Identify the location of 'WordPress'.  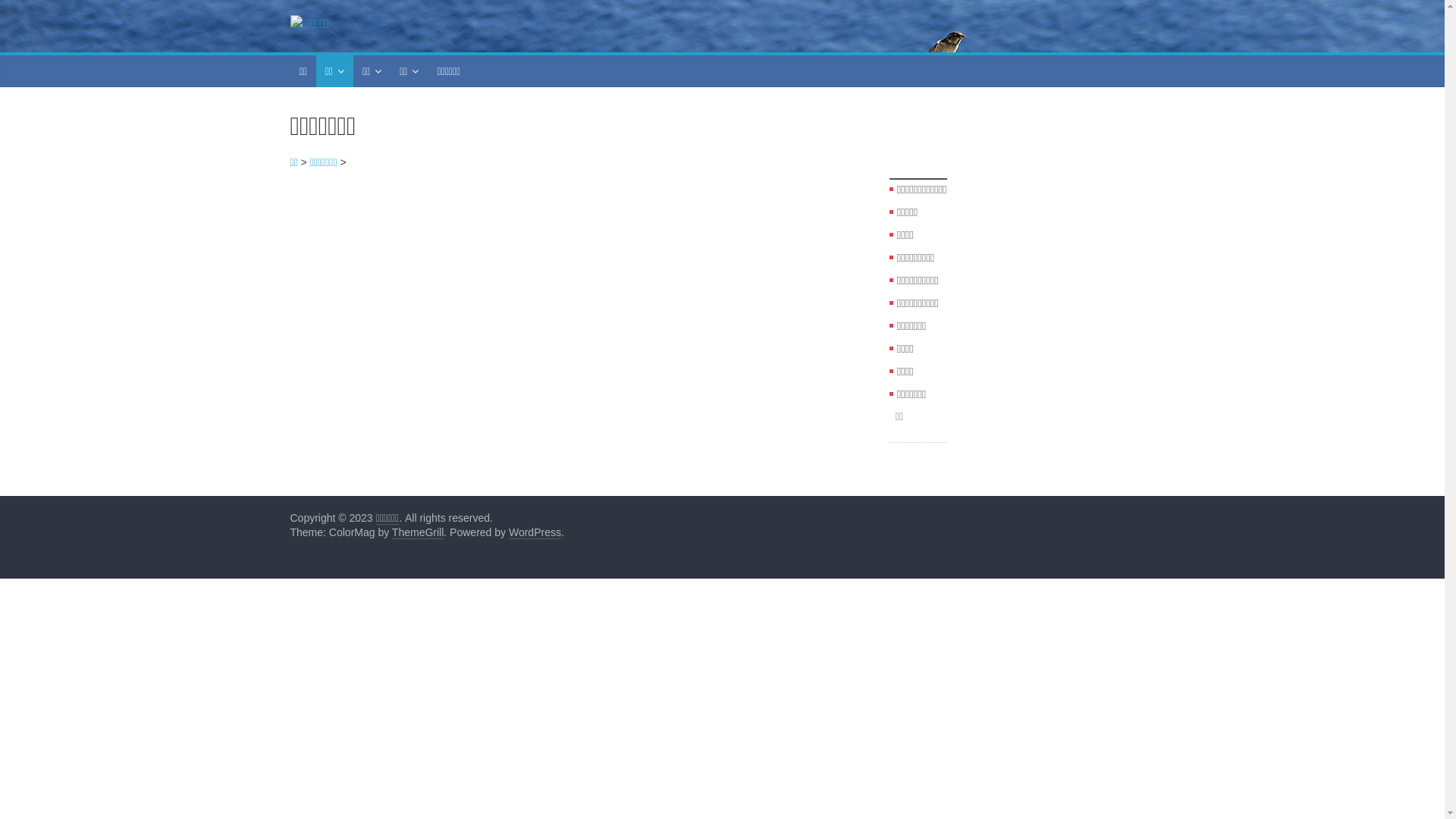
(509, 532).